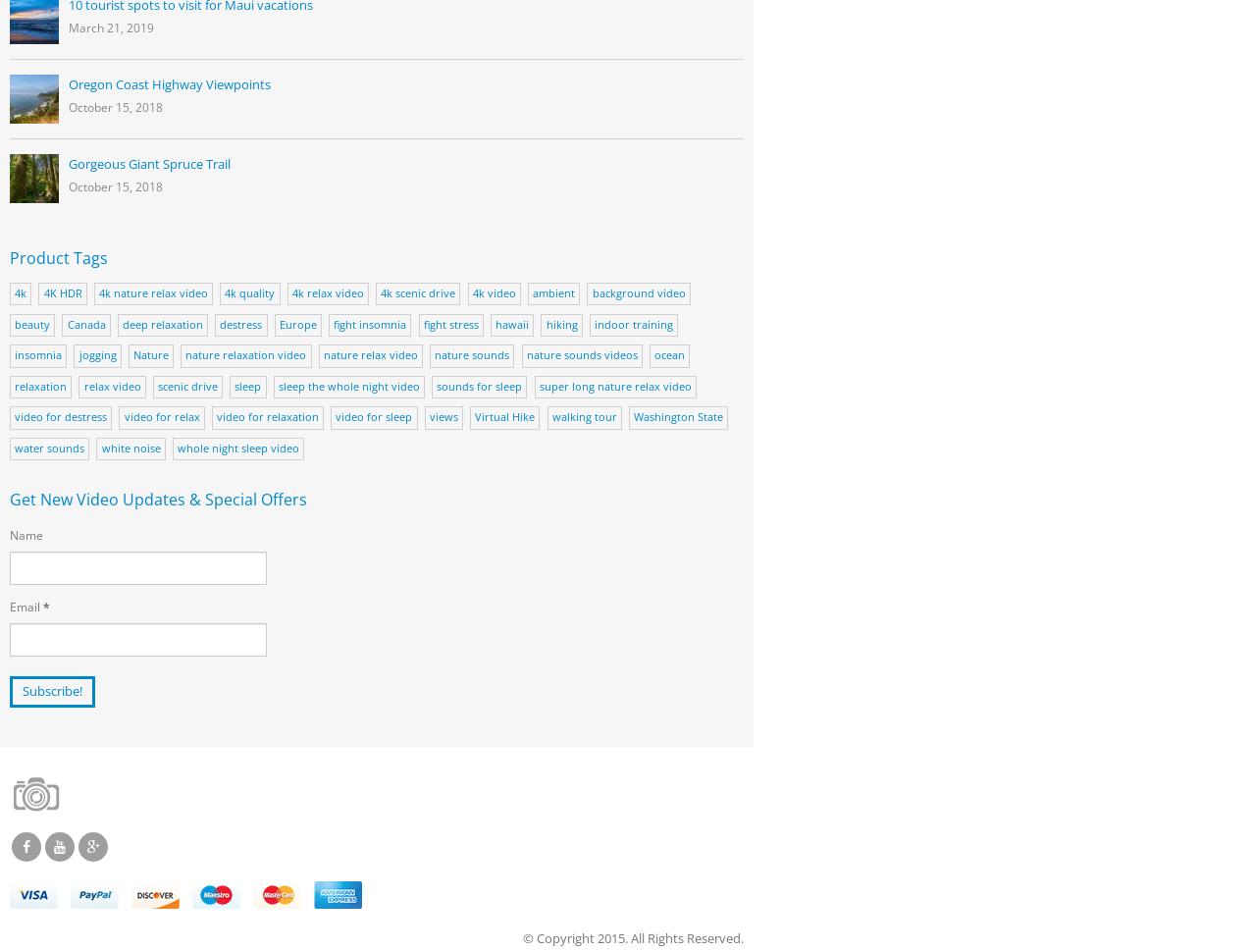  What do you see at coordinates (503, 416) in the screenshot?
I see `'Virtual Hike'` at bounding box center [503, 416].